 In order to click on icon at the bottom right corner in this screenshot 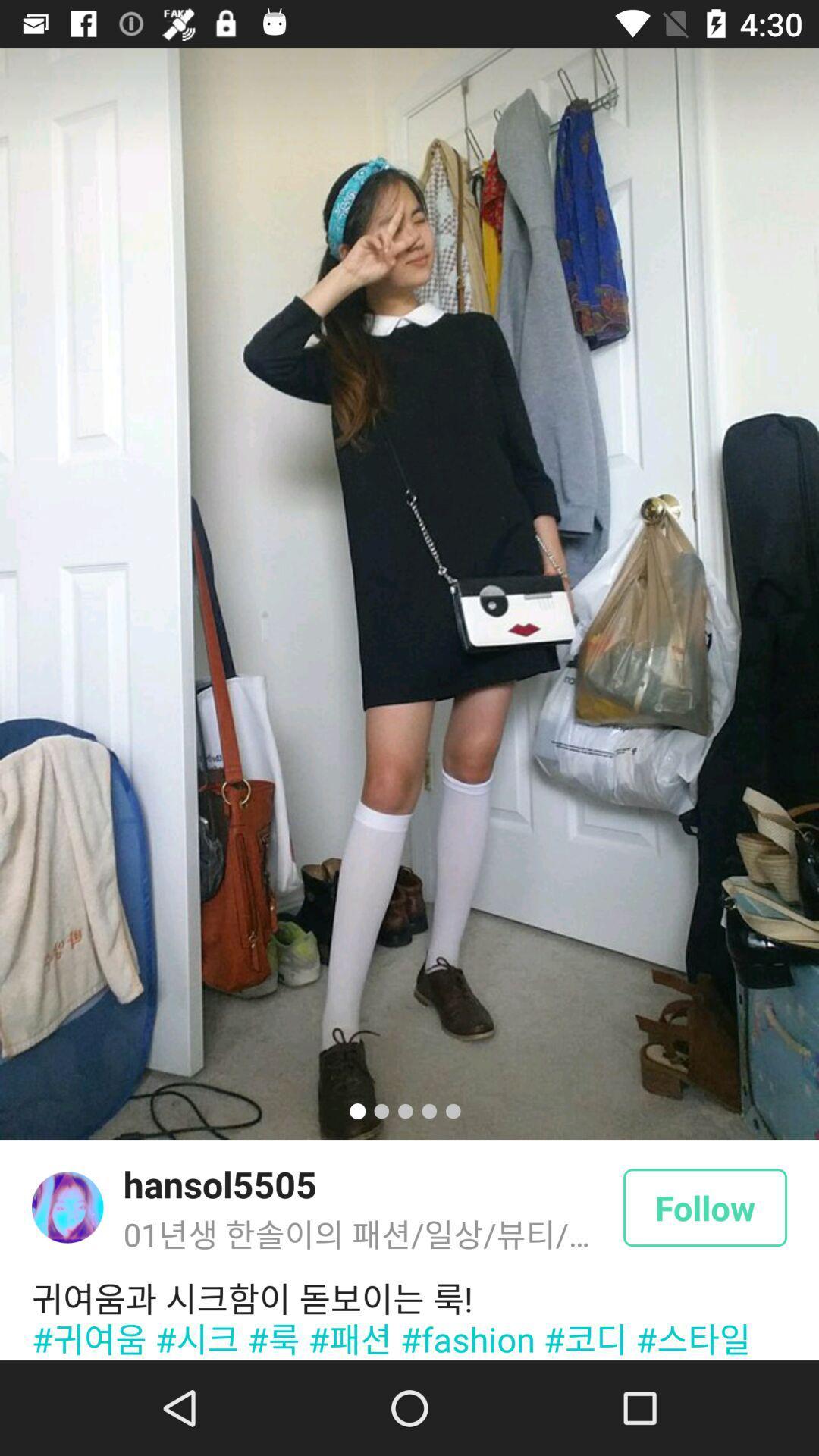, I will do `click(704, 1207)`.